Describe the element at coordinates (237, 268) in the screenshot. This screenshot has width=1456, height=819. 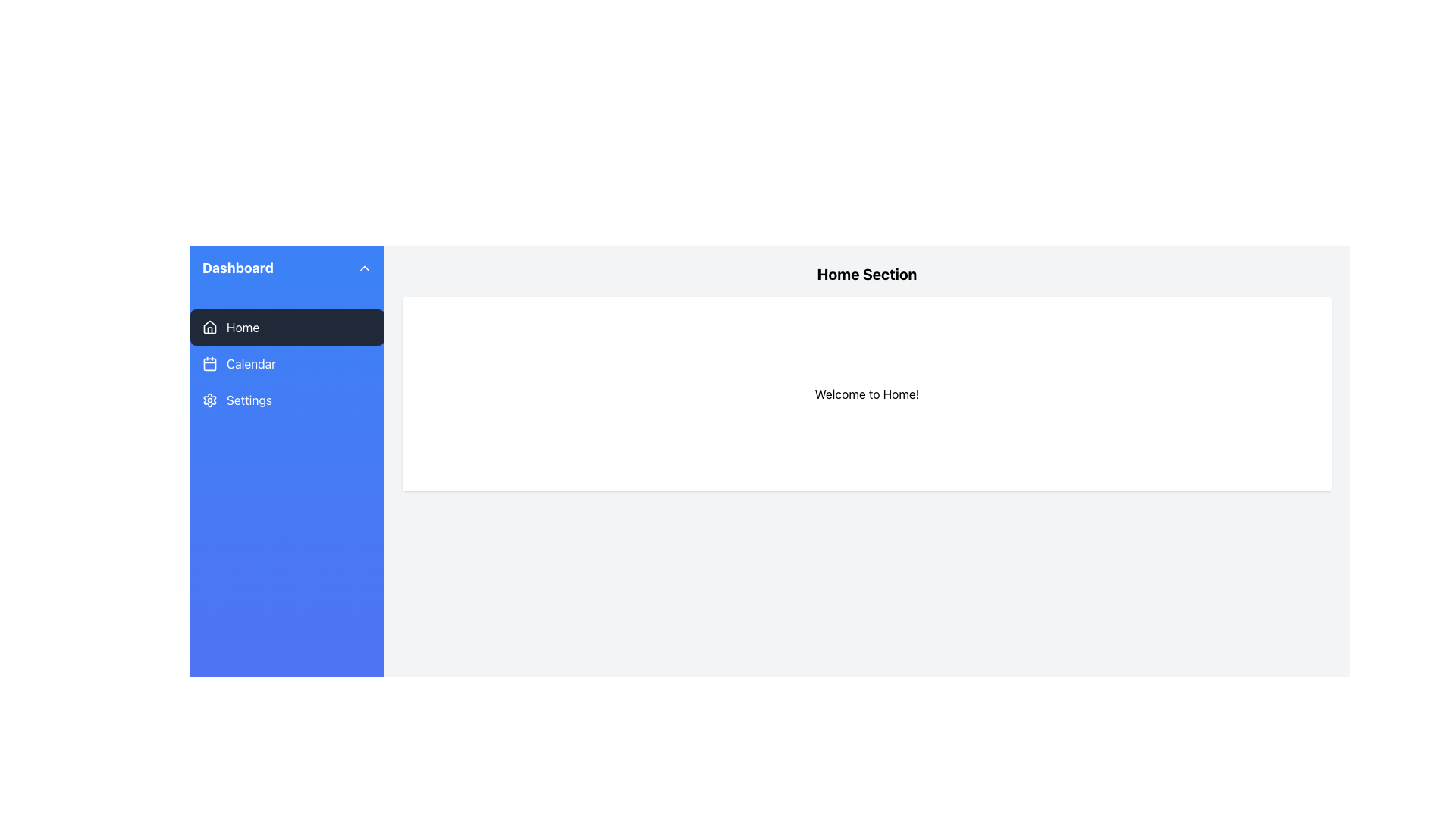
I see `the section header text located in the top-left region of the blue-colored sidebar, which indicates the active module or page category for the application` at that location.